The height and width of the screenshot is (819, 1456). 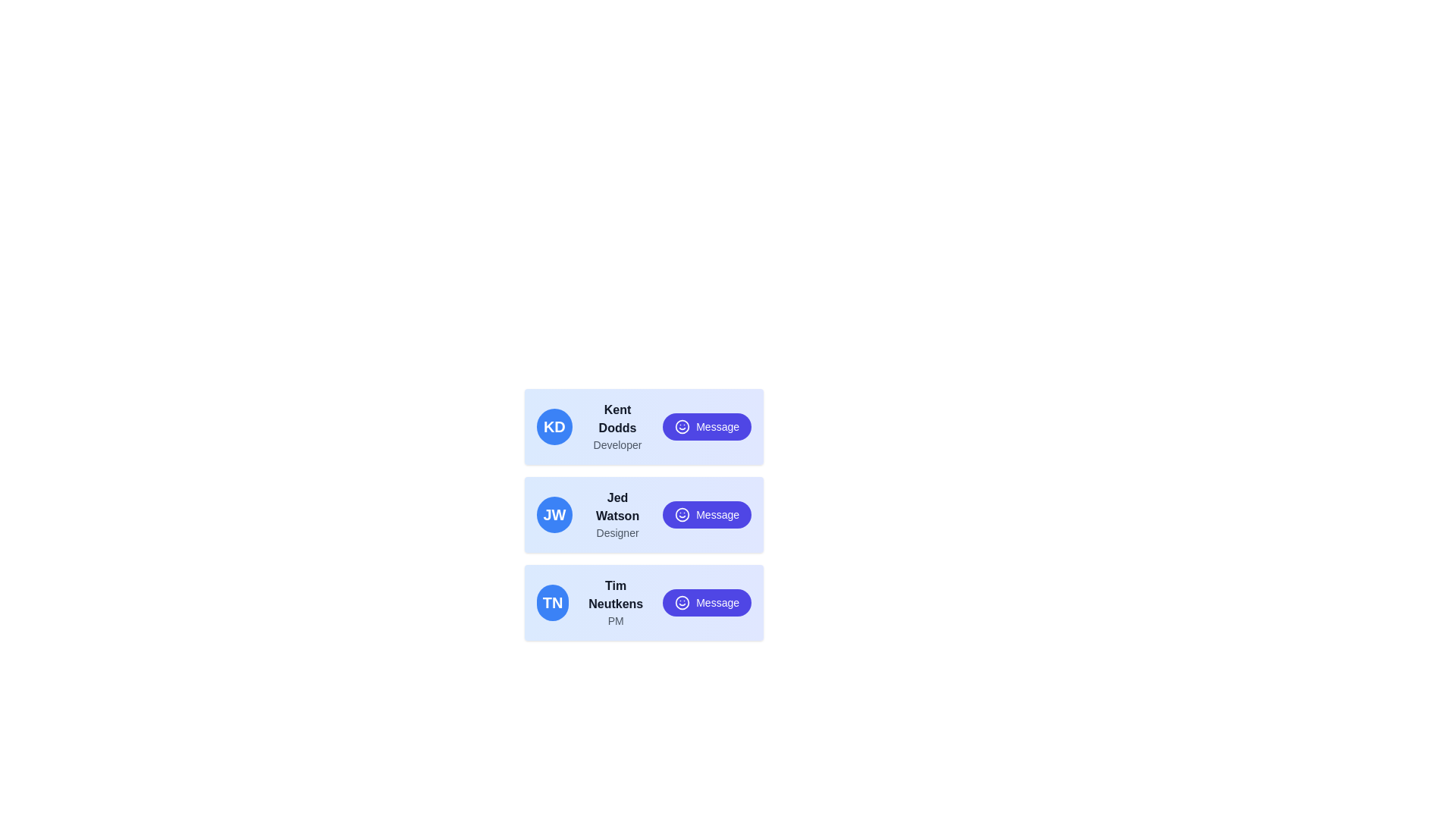 What do you see at coordinates (682, 513) in the screenshot?
I see `the decorative SVG circle that forms part of the smiley face icon in the 'Message' button next to the 'Jed Watson' profile` at bounding box center [682, 513].